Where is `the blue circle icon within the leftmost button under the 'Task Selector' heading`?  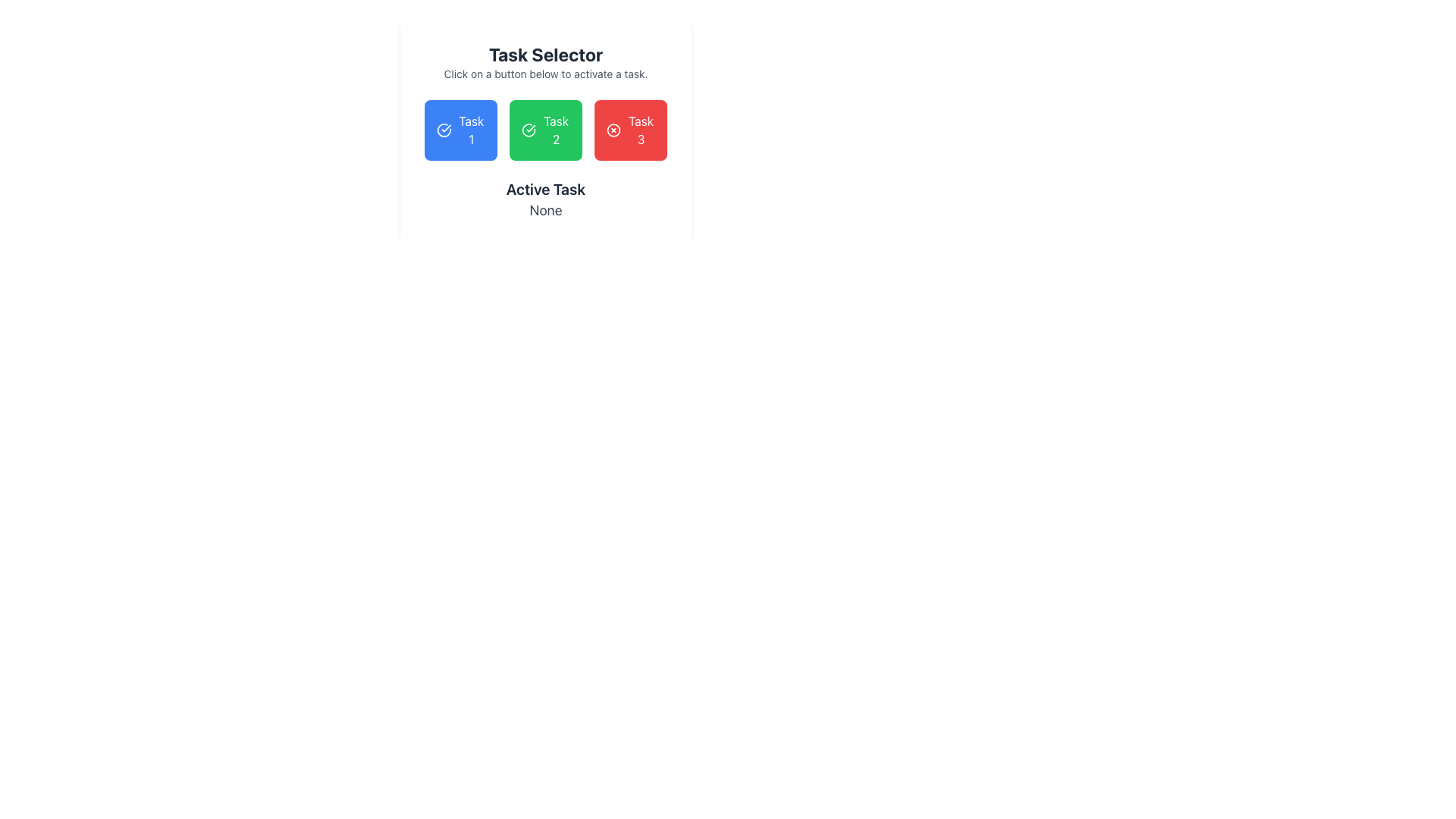 the blue circle icon within the leftmost button under the 'Task Selector' heading is located at coordinates (443, 130).